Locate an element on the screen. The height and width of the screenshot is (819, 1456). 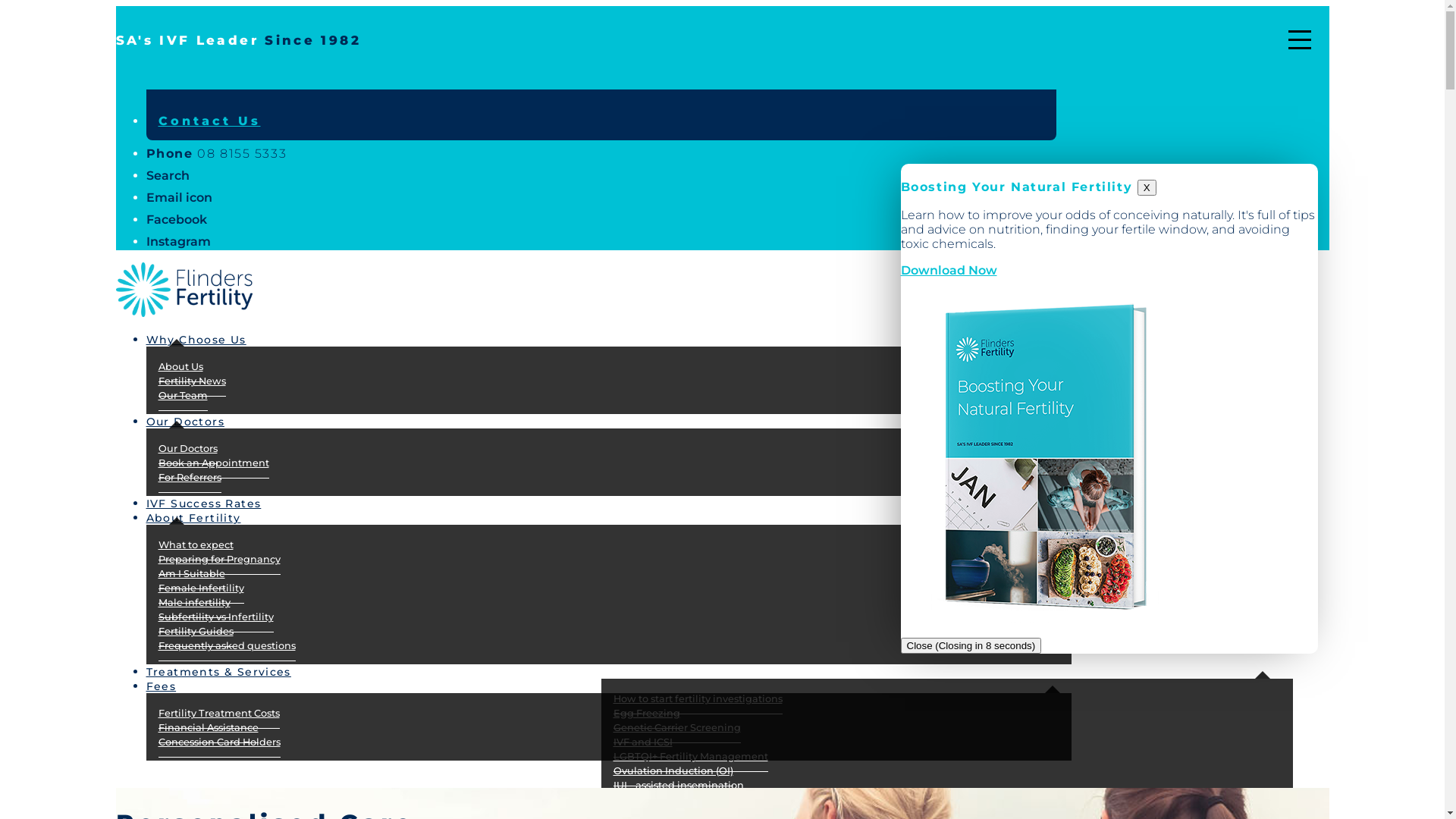
'Fees' is located at coordinates (160, 683).